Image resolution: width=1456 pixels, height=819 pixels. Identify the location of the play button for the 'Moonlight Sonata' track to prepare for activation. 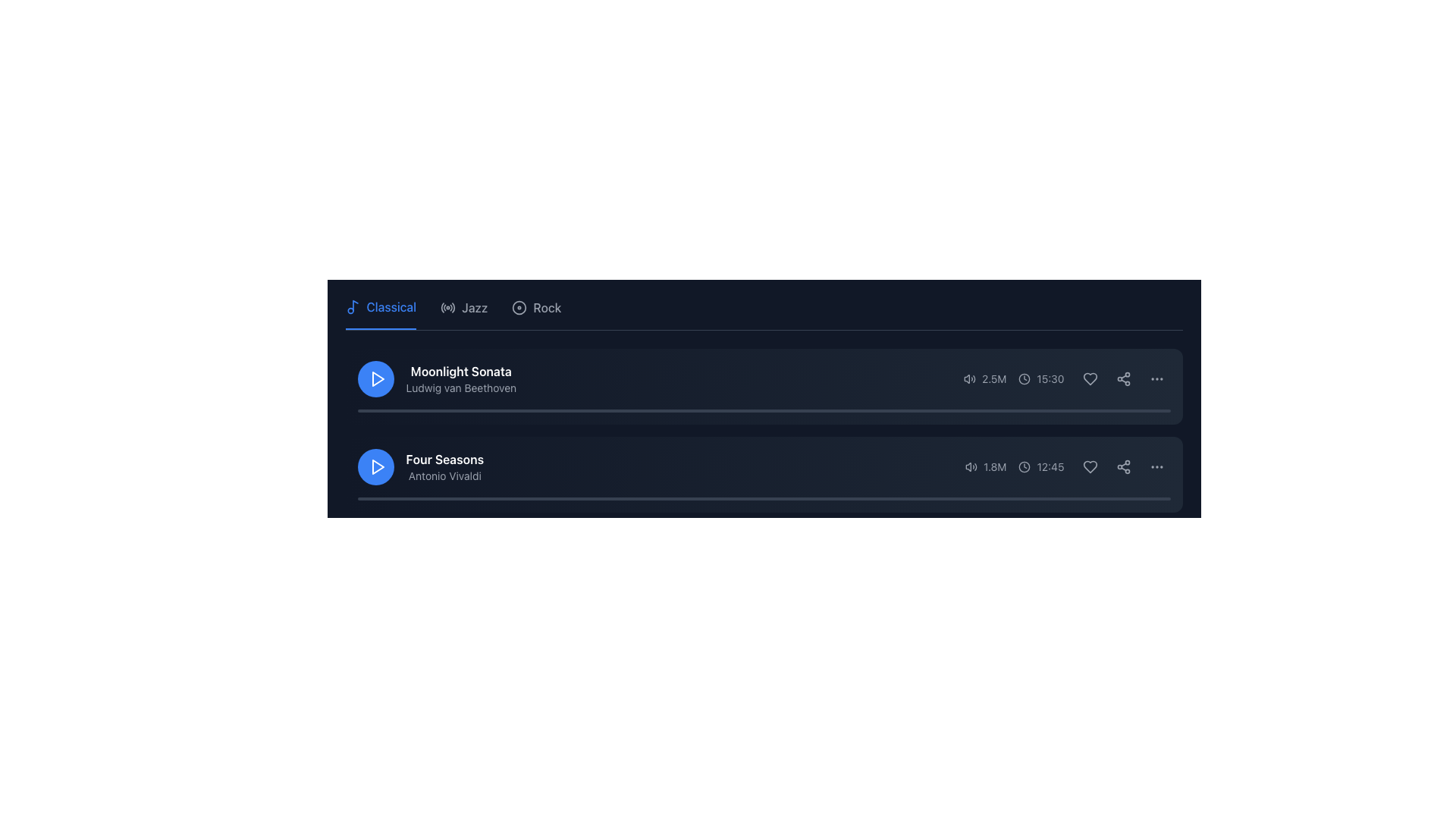
(375, 378).